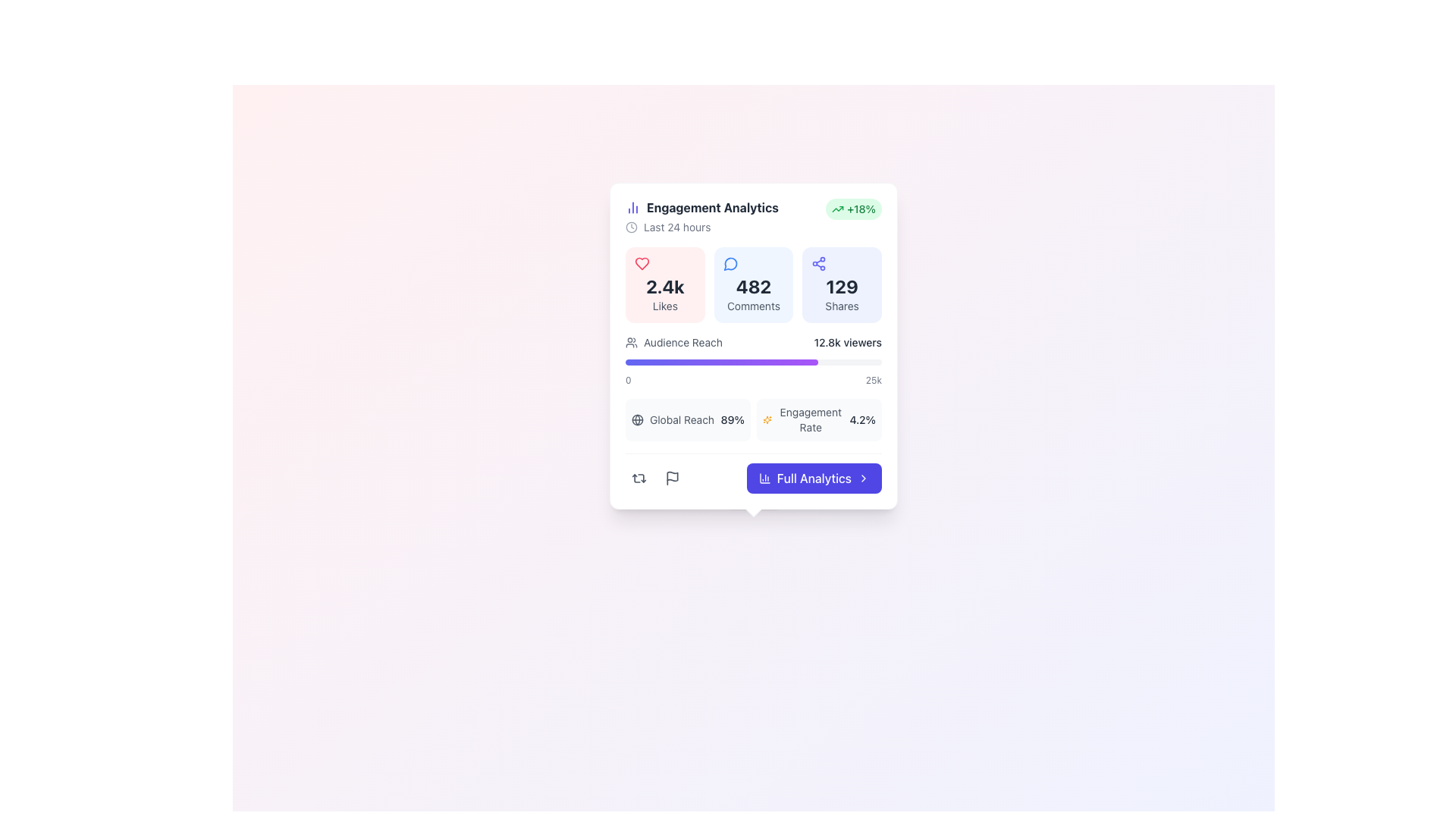  I want to click on the growth indicator icon located in the top-right corner of the 'Engagement Analytics' panel, which displays the '+18%' text, so click(837, 209).